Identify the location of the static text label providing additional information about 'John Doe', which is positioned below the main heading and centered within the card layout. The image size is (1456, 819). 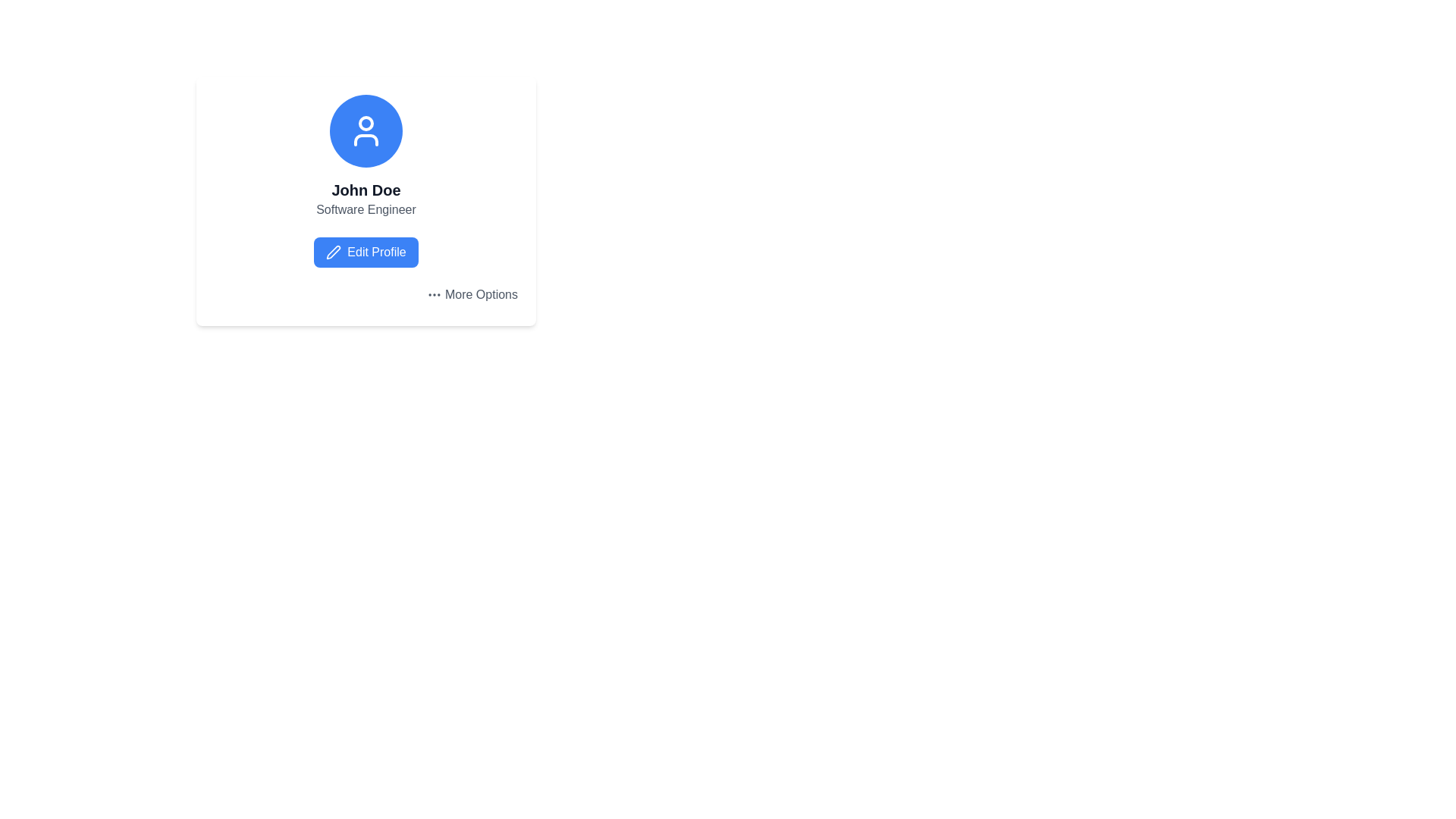
(366, 210).